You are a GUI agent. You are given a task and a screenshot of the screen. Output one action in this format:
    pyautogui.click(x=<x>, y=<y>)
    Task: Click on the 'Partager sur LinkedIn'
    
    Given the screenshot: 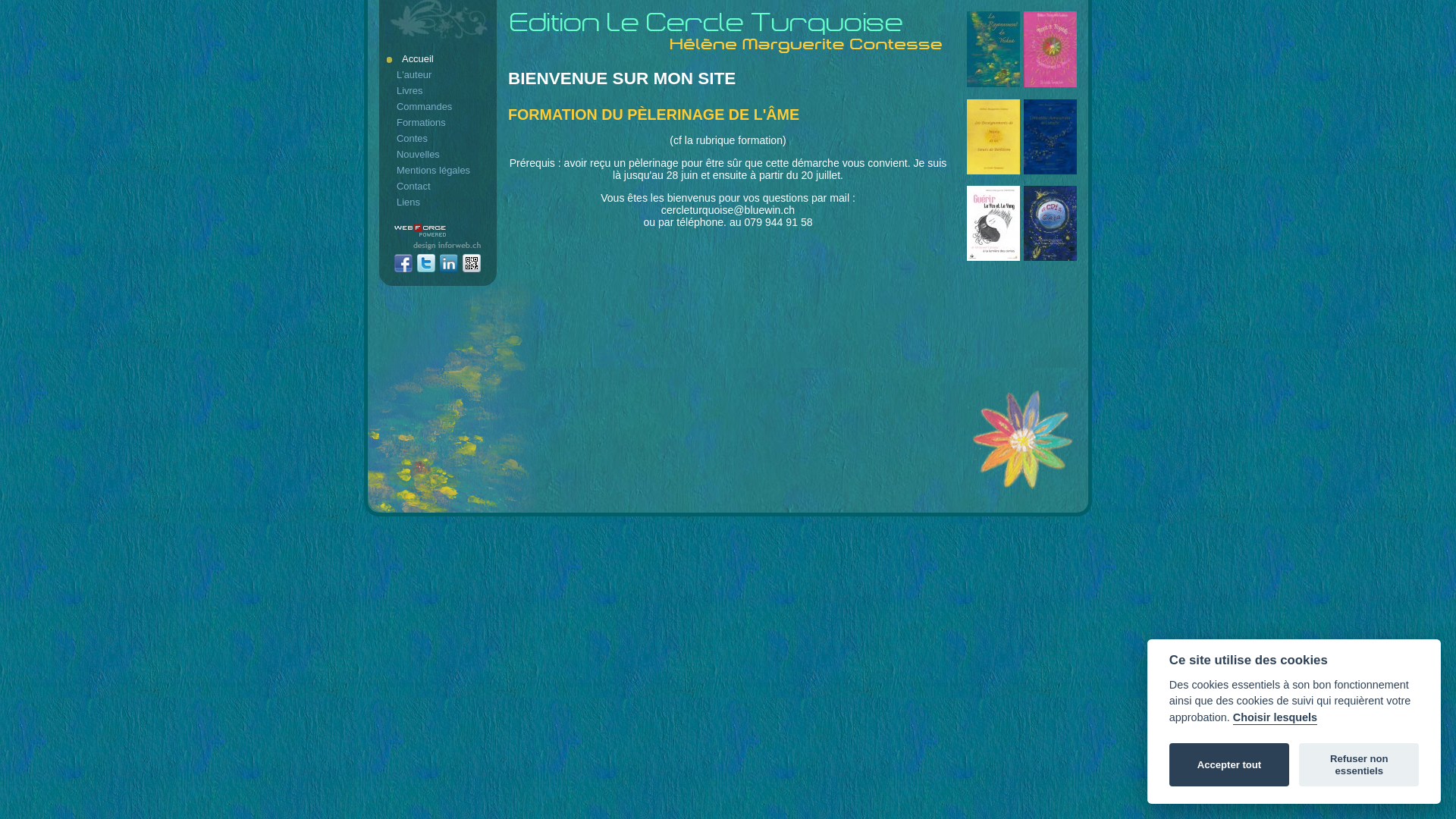 What is the action you would take?
    pyautogui.click(x=447, y=263)
    